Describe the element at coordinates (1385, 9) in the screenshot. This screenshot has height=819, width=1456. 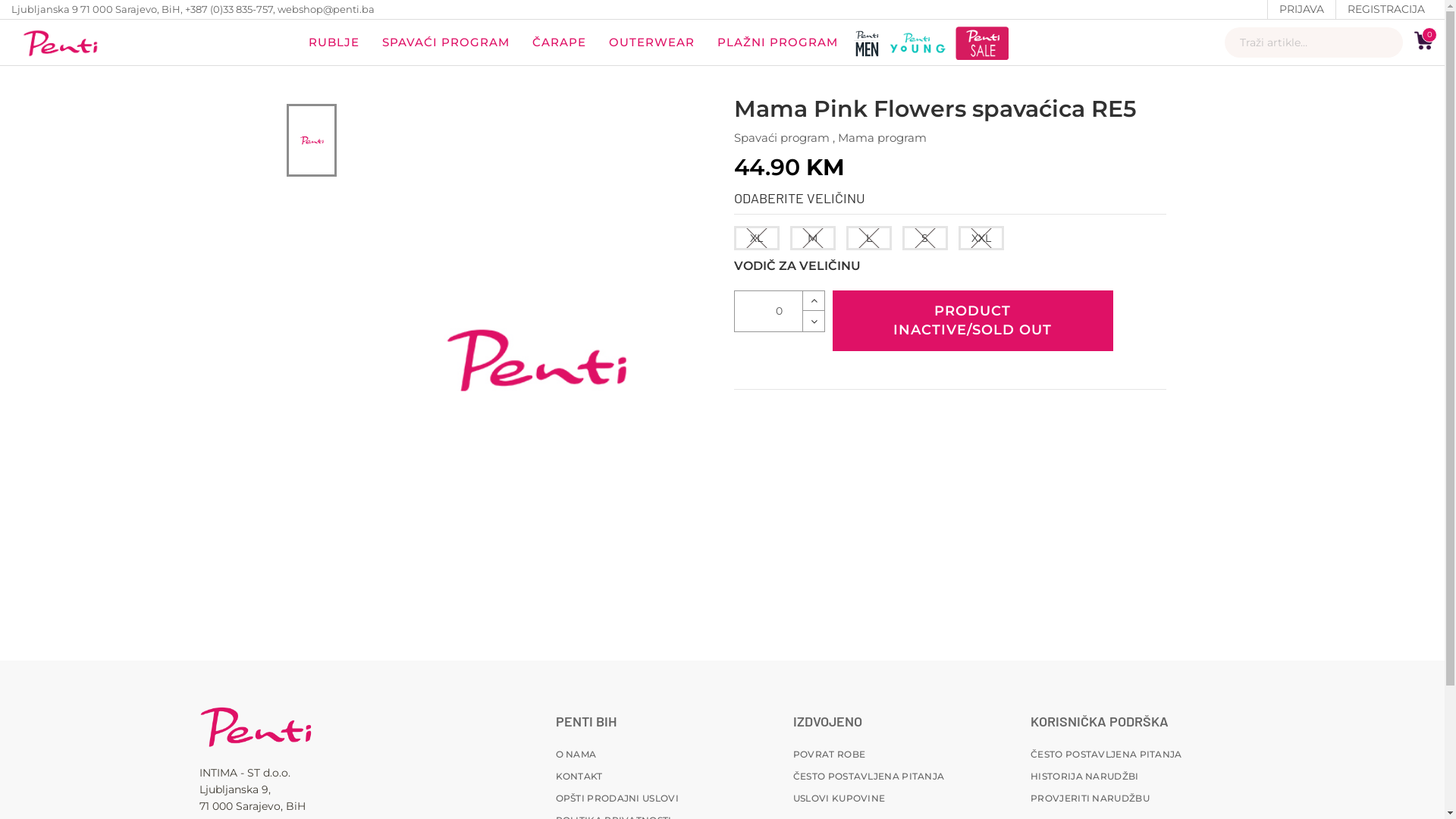
I see `'REGISTRACIJA'` at that location.